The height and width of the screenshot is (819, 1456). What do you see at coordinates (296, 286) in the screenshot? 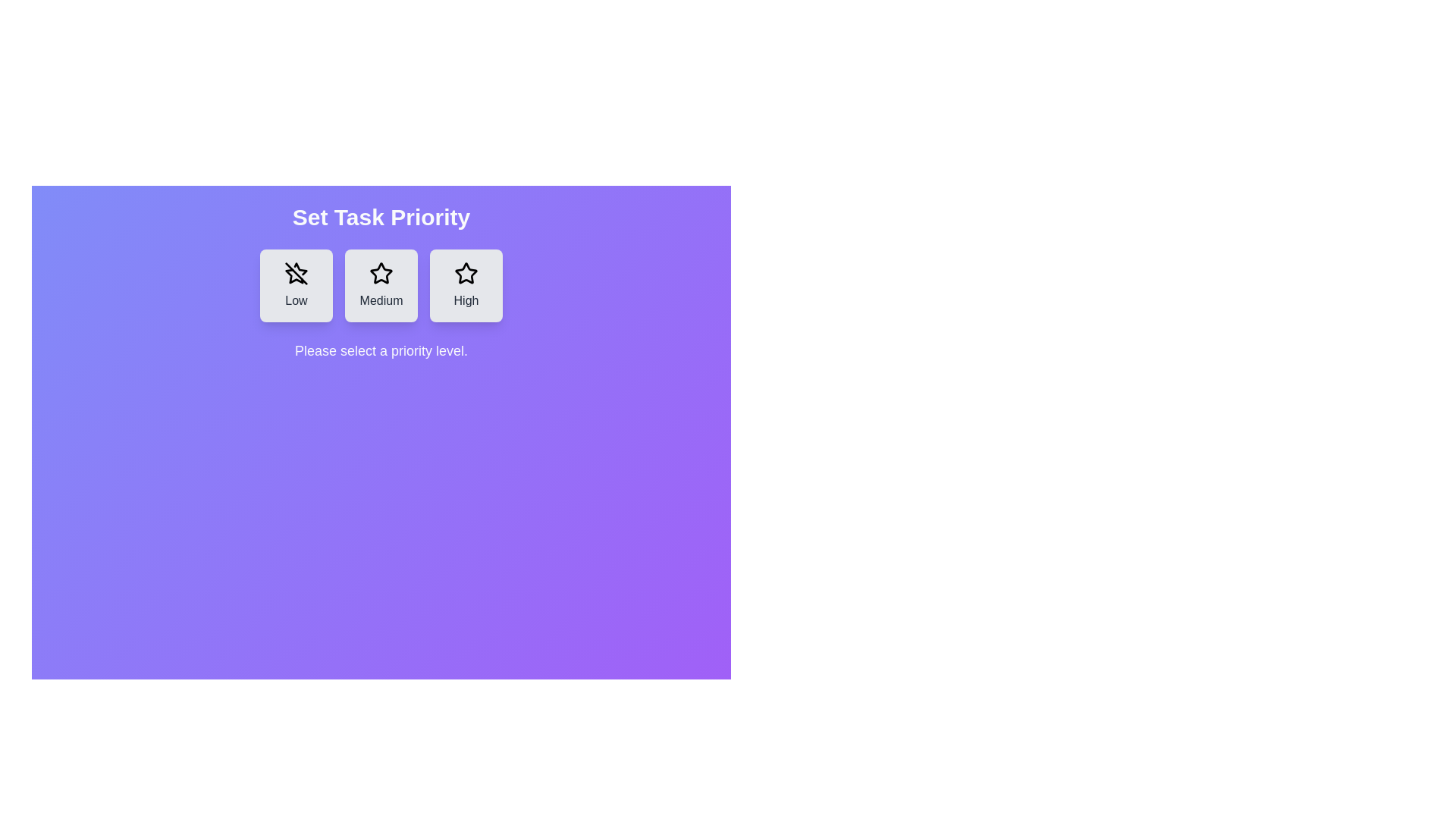
I see `the button corresponding to the priority level Low` at bounding box center [296, 286].